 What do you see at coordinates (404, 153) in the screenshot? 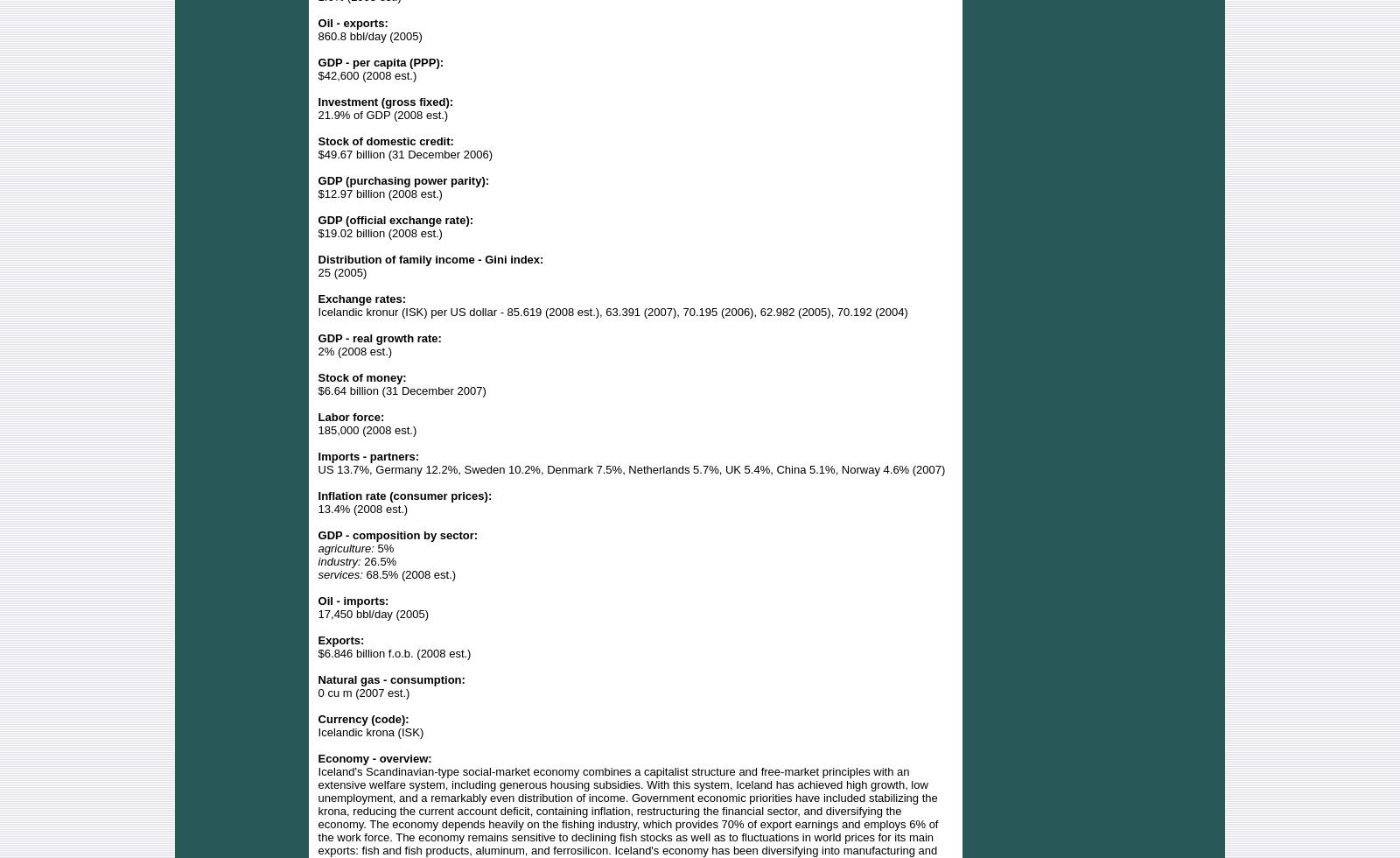
I see `'$49.67 billion (31 December 2006)'` at bounding box center [404, 153].